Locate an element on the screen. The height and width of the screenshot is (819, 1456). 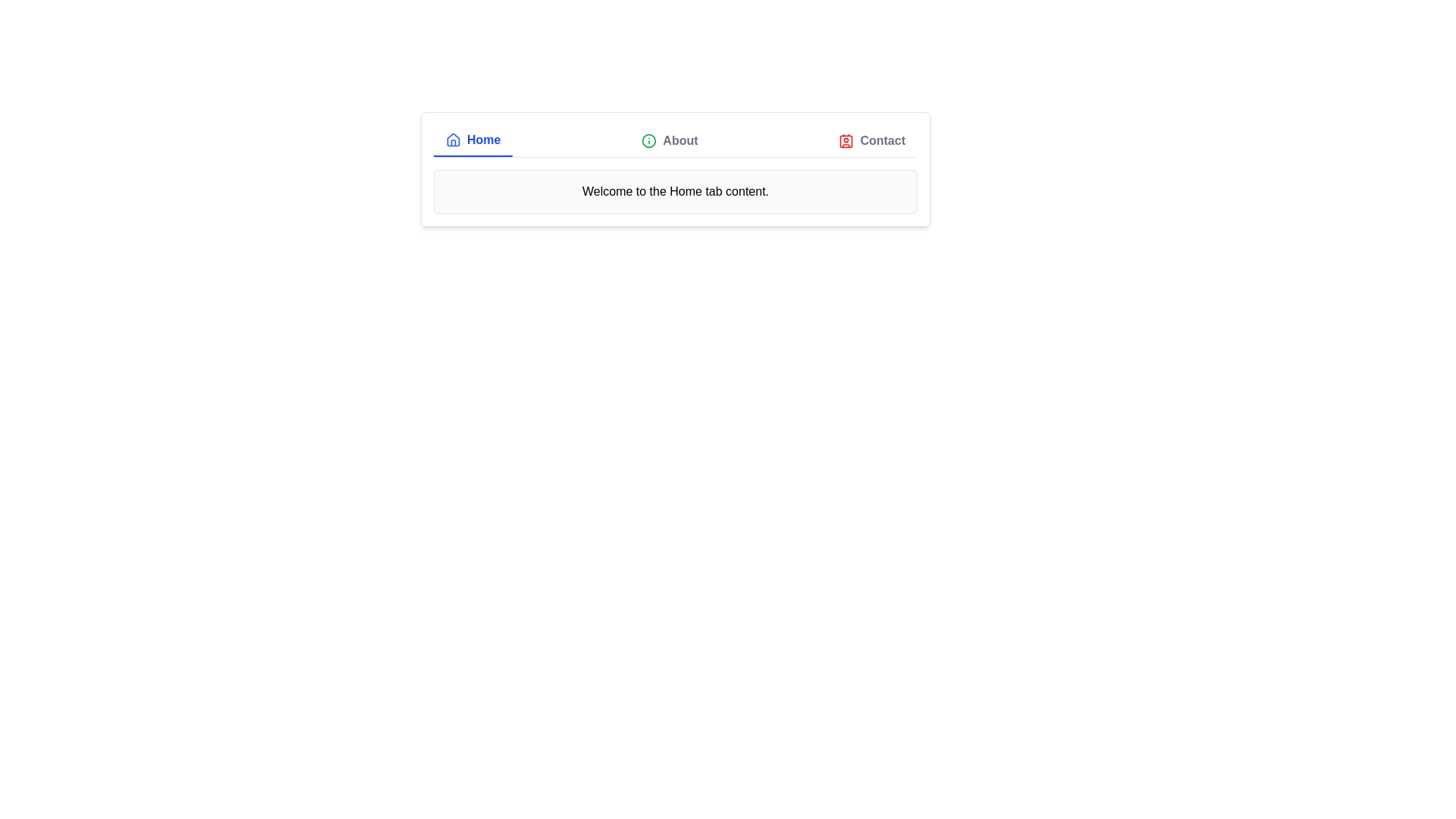
the 'Contact' text label within the navigation button located in the upper-right corner of the interface is located at coordinates (883, 140).